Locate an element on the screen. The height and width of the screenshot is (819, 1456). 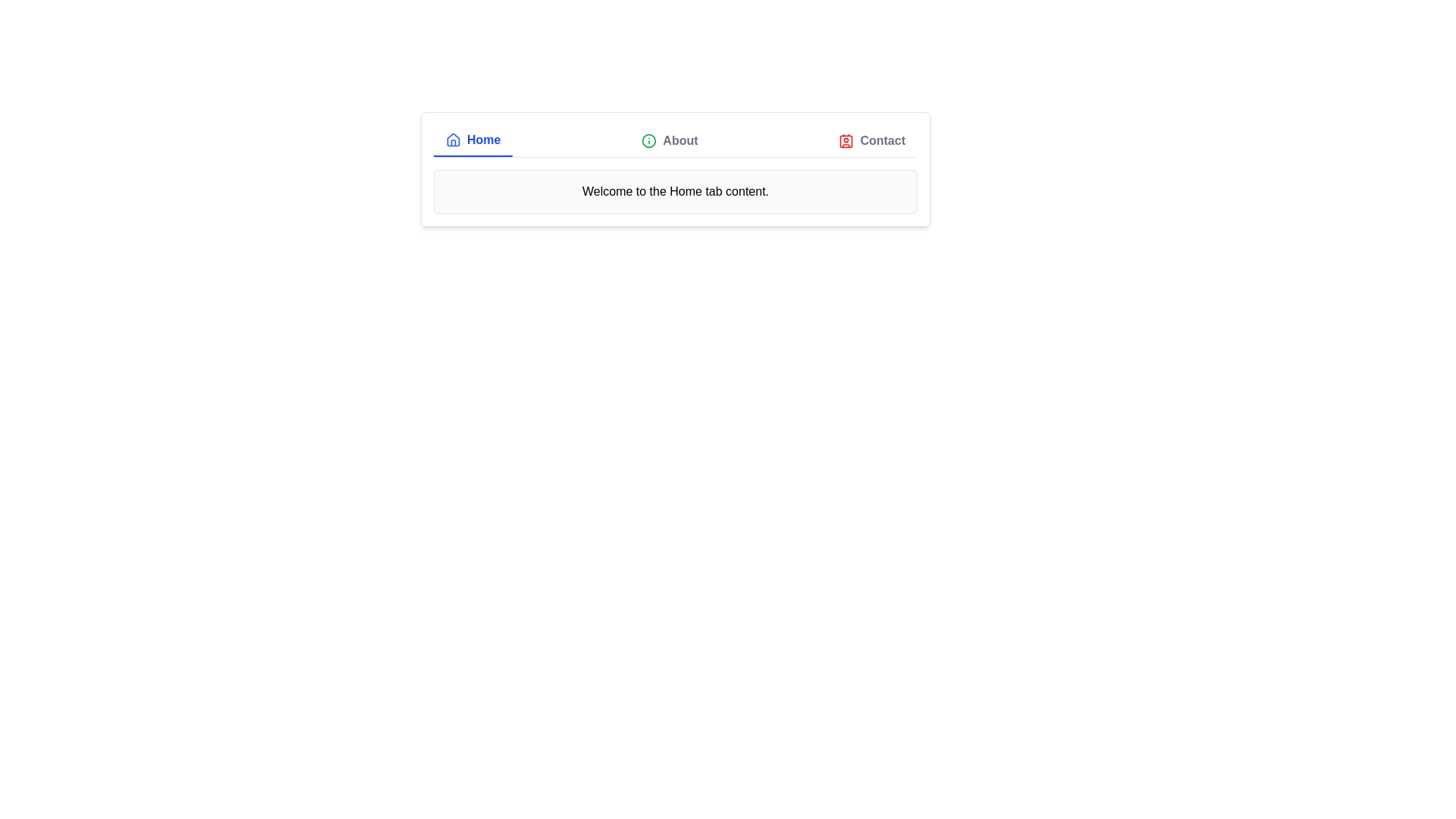
the 'Contact' text label within the navigation button located in the upper-right corner of the interface is located at coordinates (883, 140).